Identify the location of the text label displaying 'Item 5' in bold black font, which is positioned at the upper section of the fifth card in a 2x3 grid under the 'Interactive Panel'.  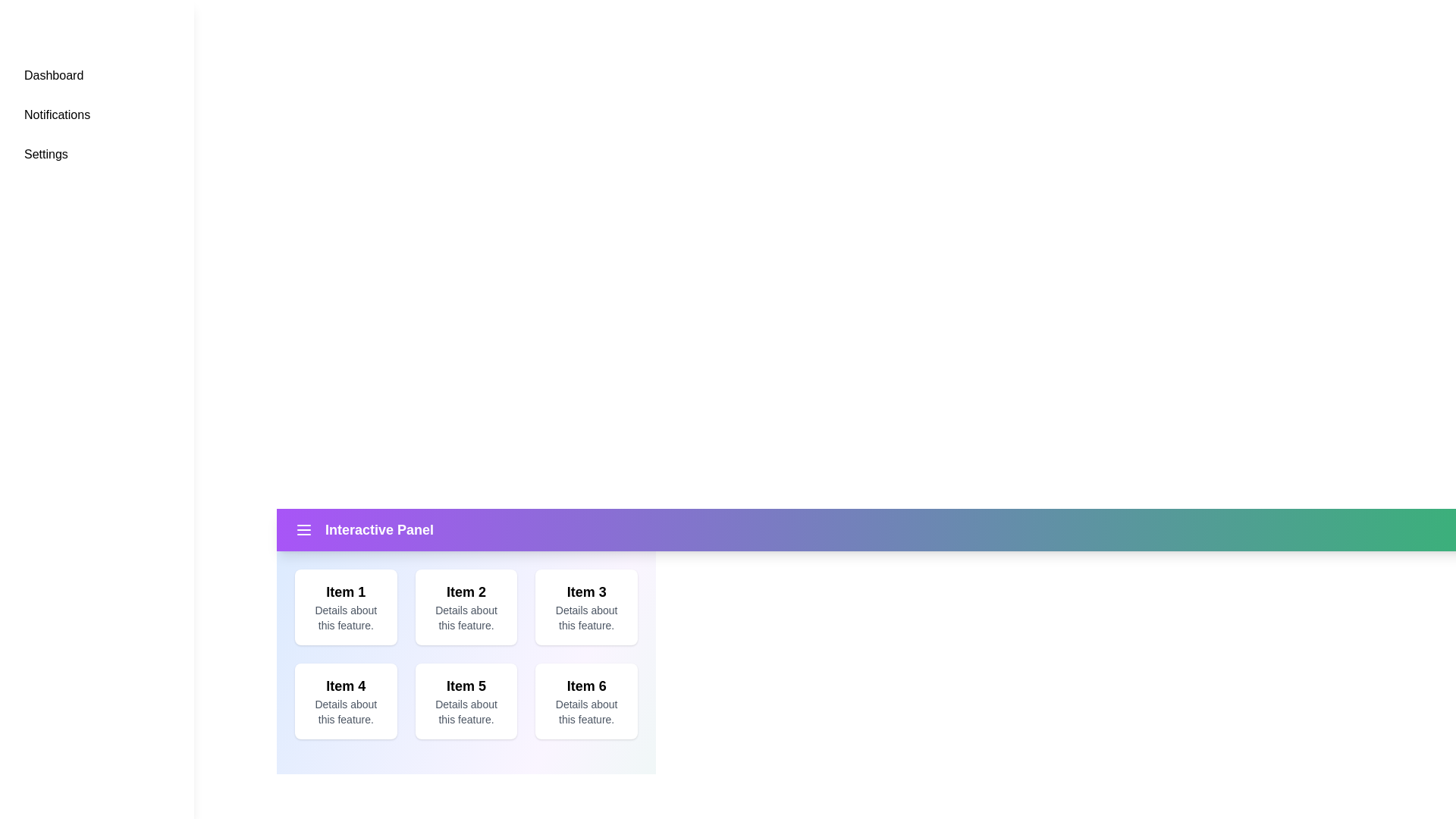
(465, 686).